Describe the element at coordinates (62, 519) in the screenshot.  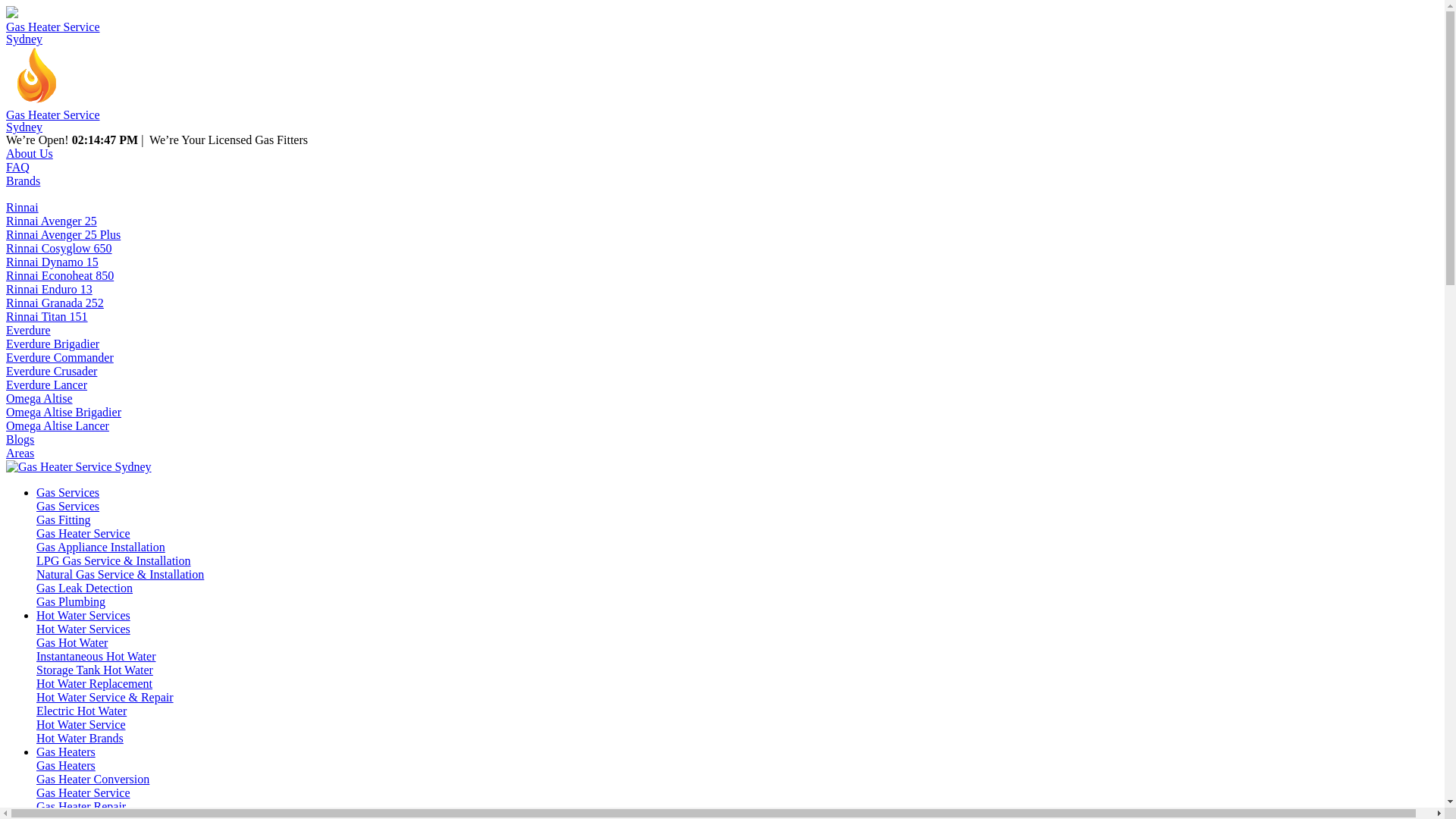
I see `'Gas Fitting'` at that location.